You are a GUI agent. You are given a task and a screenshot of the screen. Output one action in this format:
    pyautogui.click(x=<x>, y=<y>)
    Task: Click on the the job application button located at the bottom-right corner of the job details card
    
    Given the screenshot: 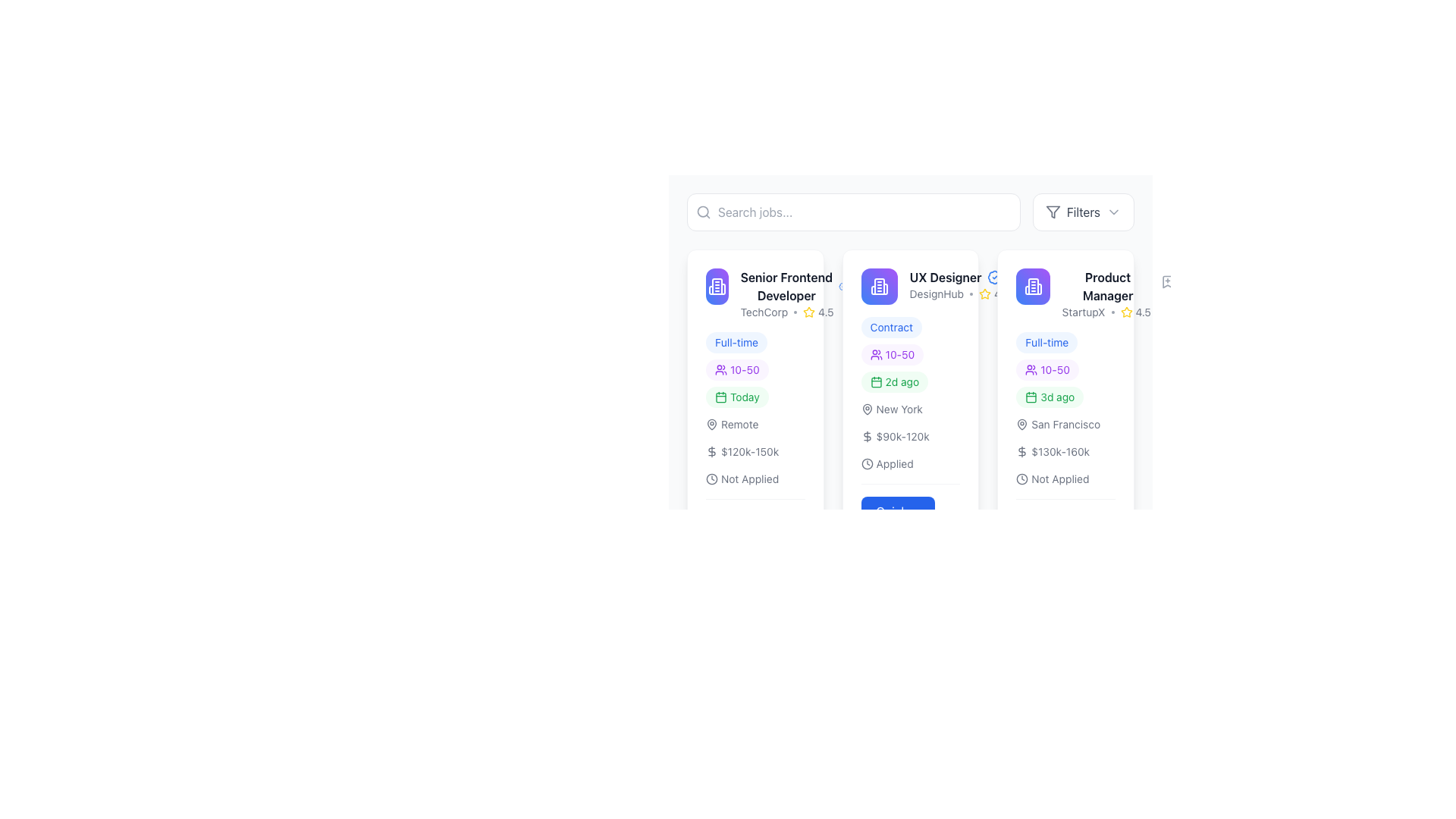 What is the action you would take?
    pyautogui.click(x=910, y=513)
    